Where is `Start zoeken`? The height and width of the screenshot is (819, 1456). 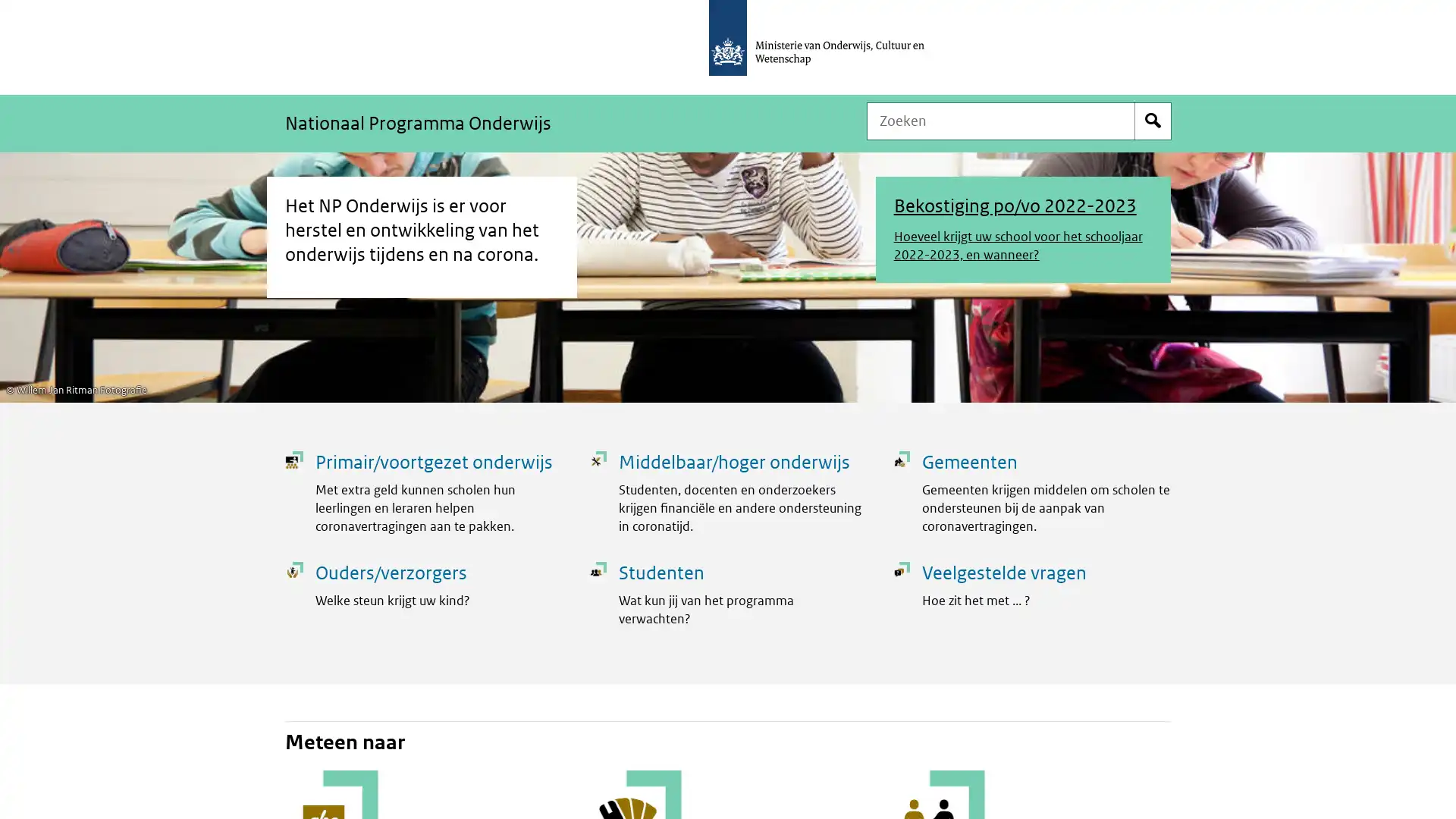
Start zoeken is located at coordinates (1153, 120).